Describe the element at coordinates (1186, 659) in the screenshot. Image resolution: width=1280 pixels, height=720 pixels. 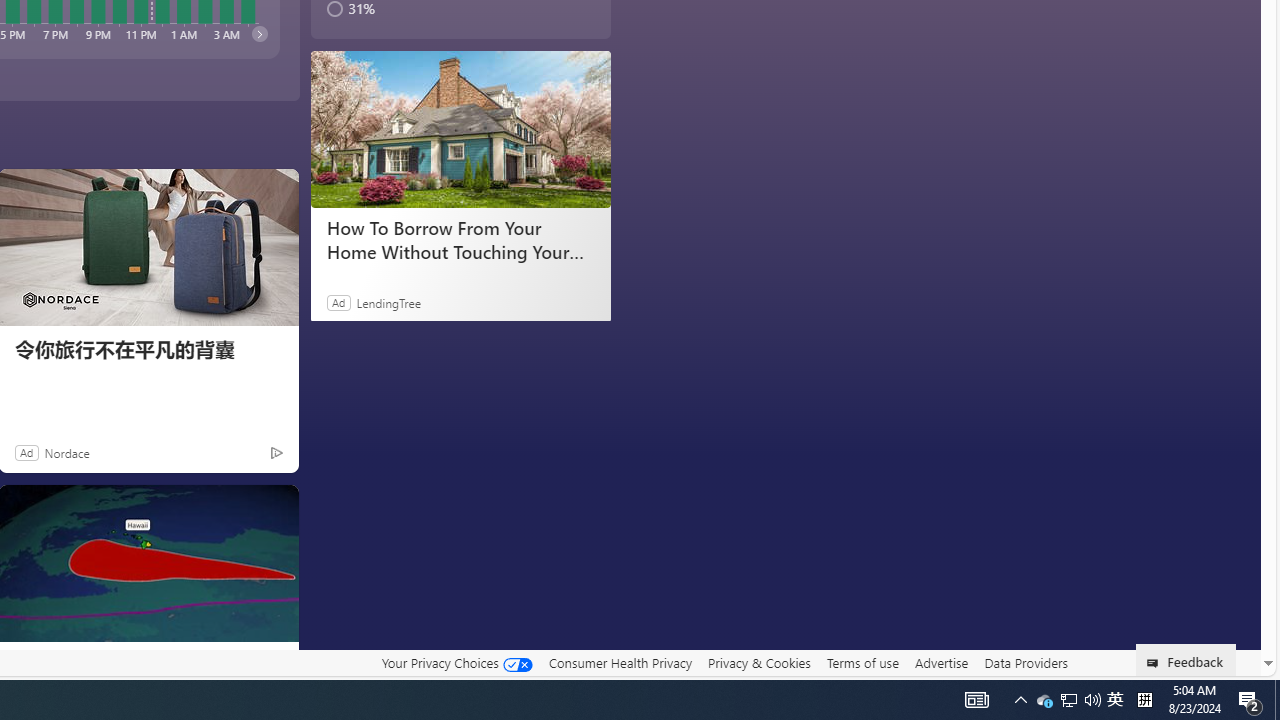
I see `'Feedback'` at that location.